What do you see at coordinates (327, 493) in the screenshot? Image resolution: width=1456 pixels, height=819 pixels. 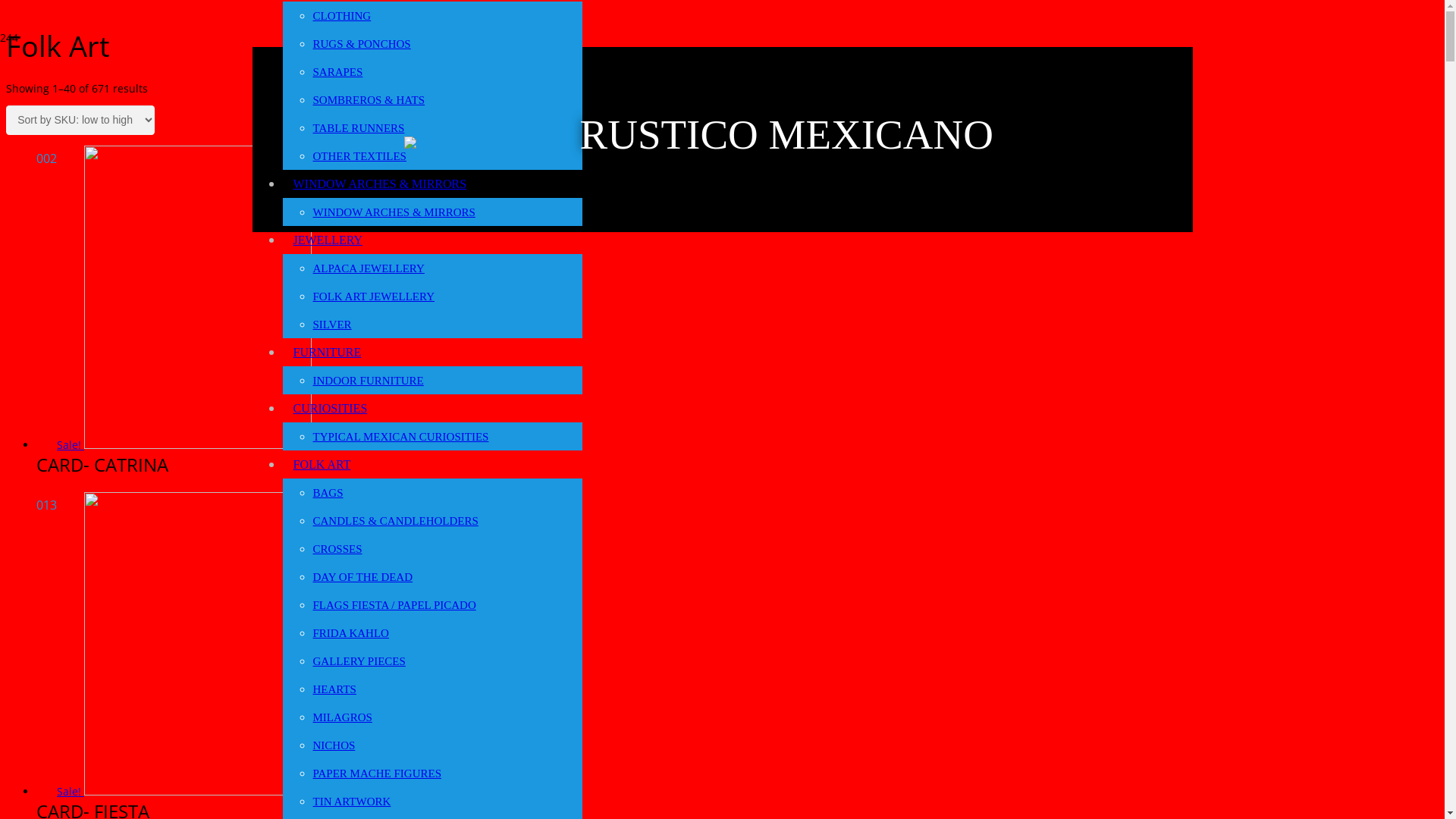 I see `'BAGS'` at bounding box center [327, 493].